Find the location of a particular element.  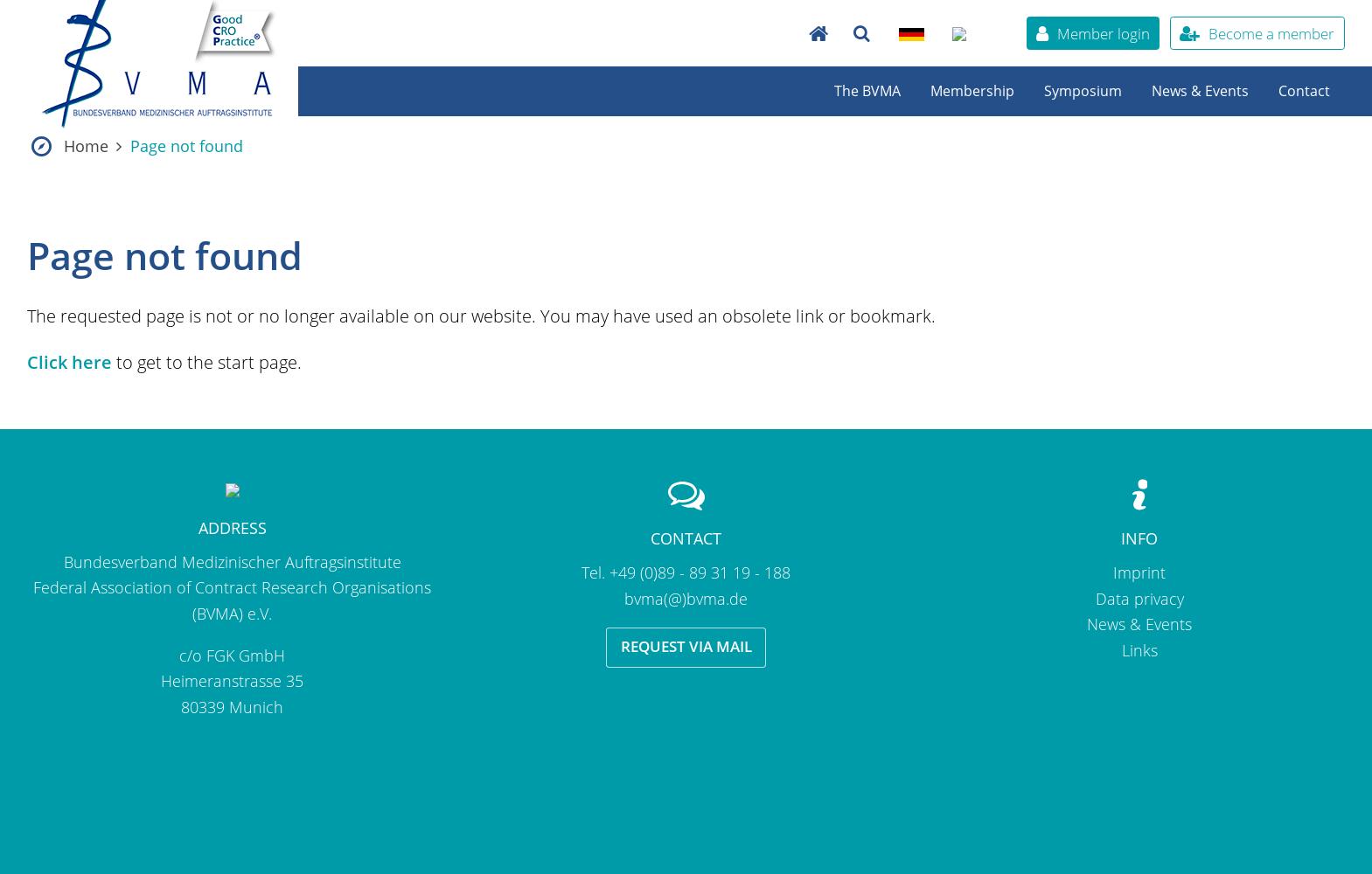

'Membership' is located at coordinates (972, 89).